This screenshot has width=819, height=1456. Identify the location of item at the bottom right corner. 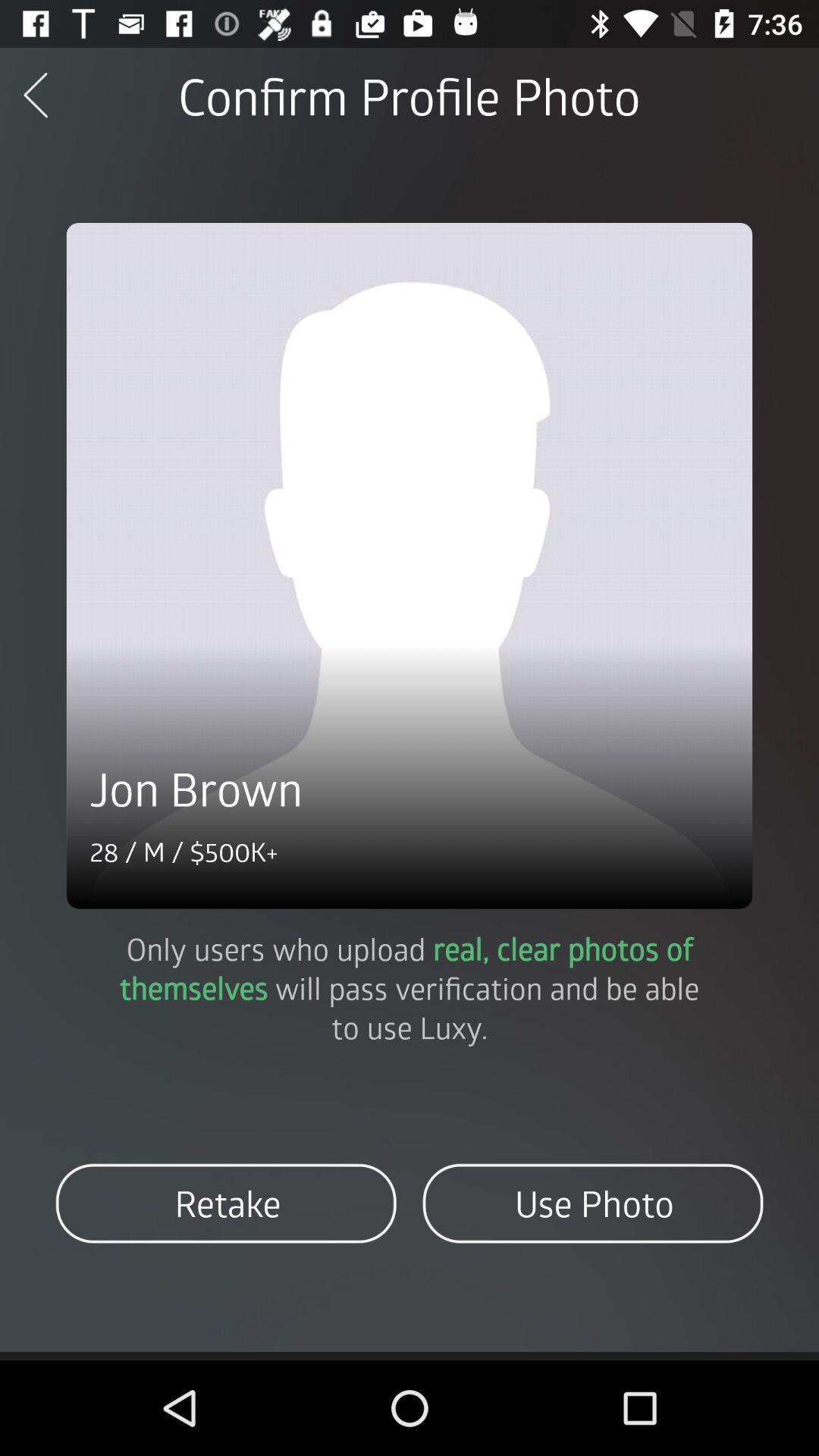
(591, 1203).